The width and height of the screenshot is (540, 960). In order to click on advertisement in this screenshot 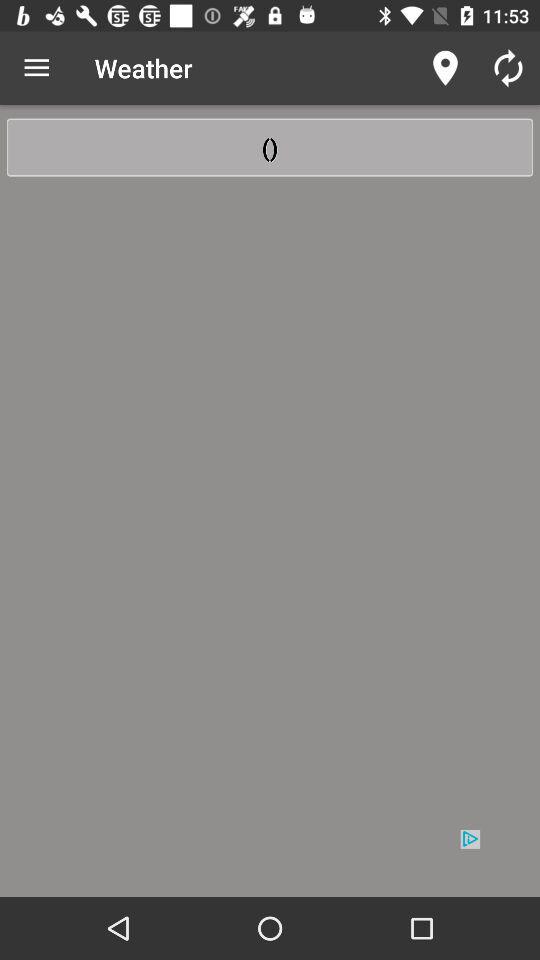, I will do `click(270, 861)`.